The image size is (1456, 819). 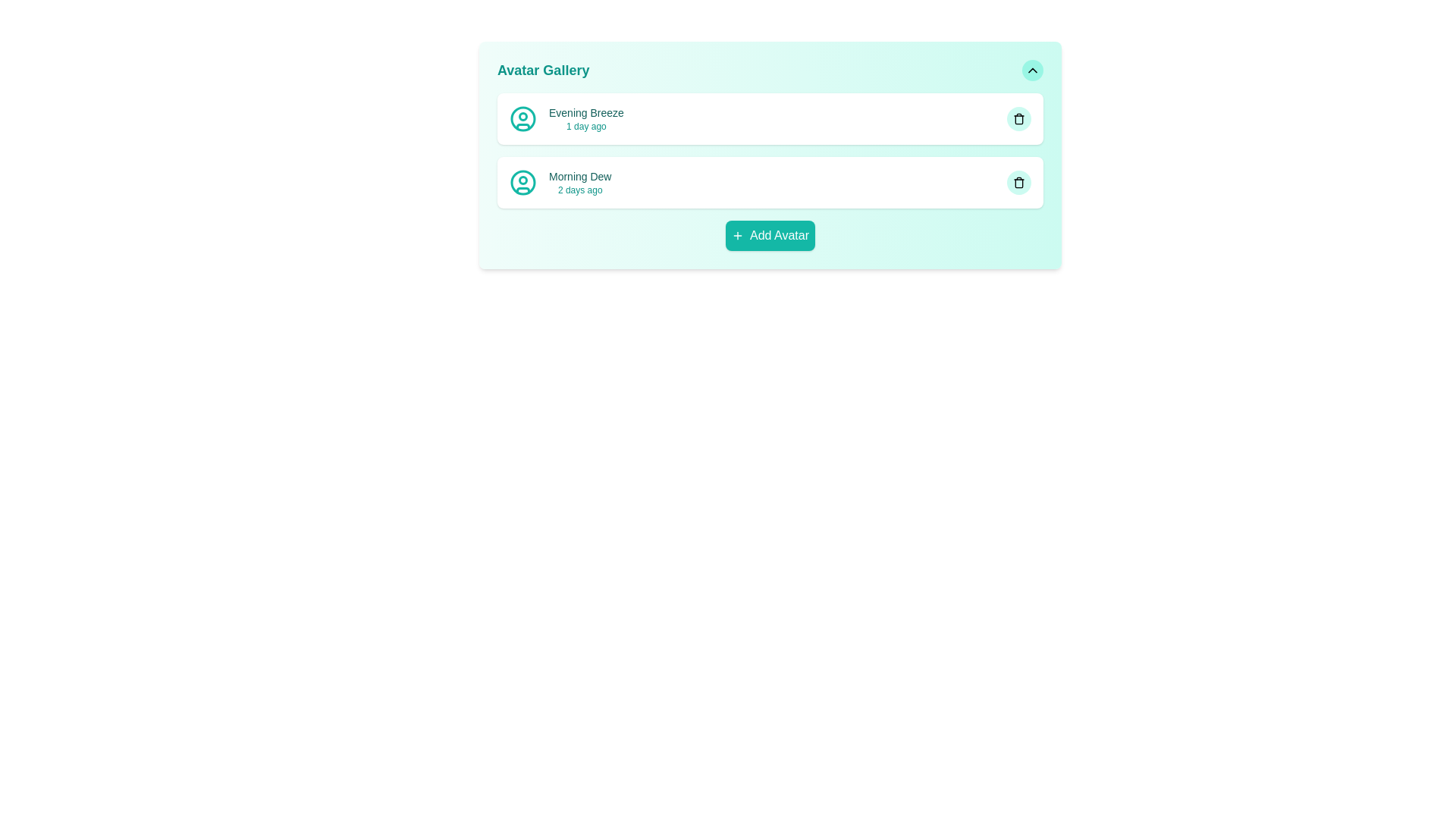 What do you see at coordinates (1032, 70) in the screenshot?
I see `the Chevron icon located` at bounding box center [1032, 70].